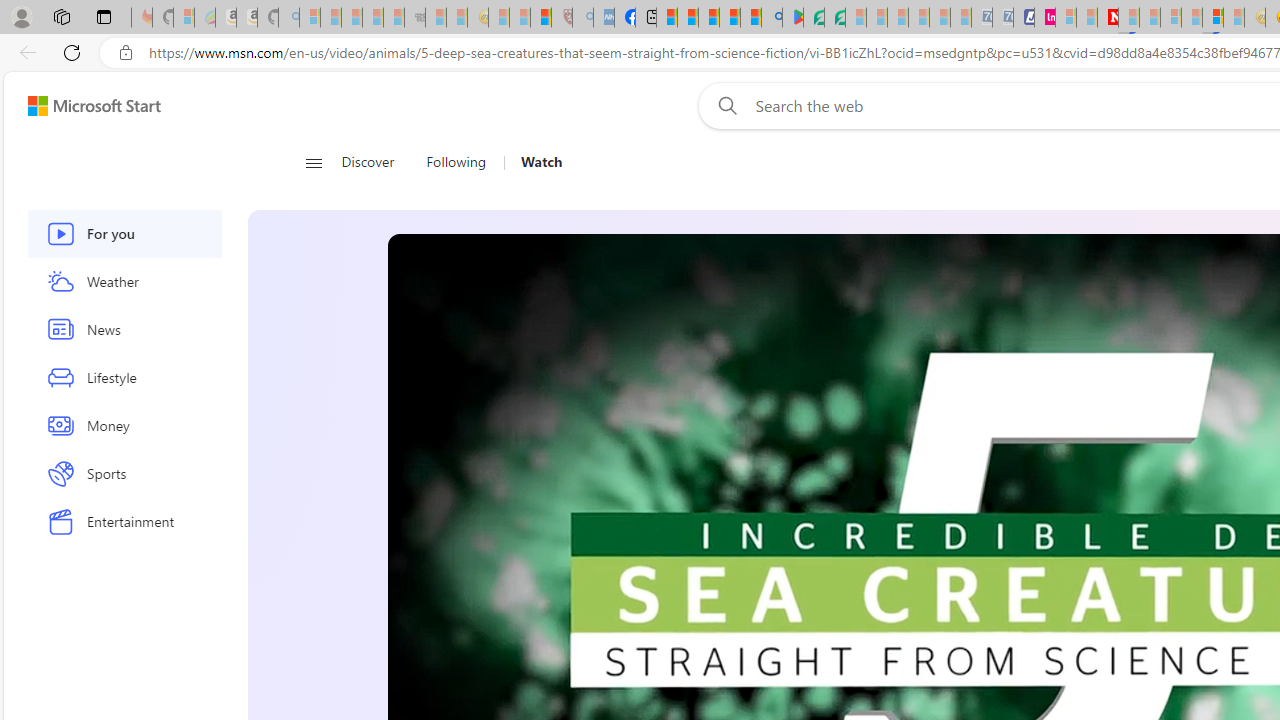 The width and height of the screenshot is (1280, 720). What do you see at coordinates (394, 17) in the screenshot?
I see `'New Report Confirms 2023 Was Record Hot | Watch - Sleeping'` at bounding box center [394, 17].